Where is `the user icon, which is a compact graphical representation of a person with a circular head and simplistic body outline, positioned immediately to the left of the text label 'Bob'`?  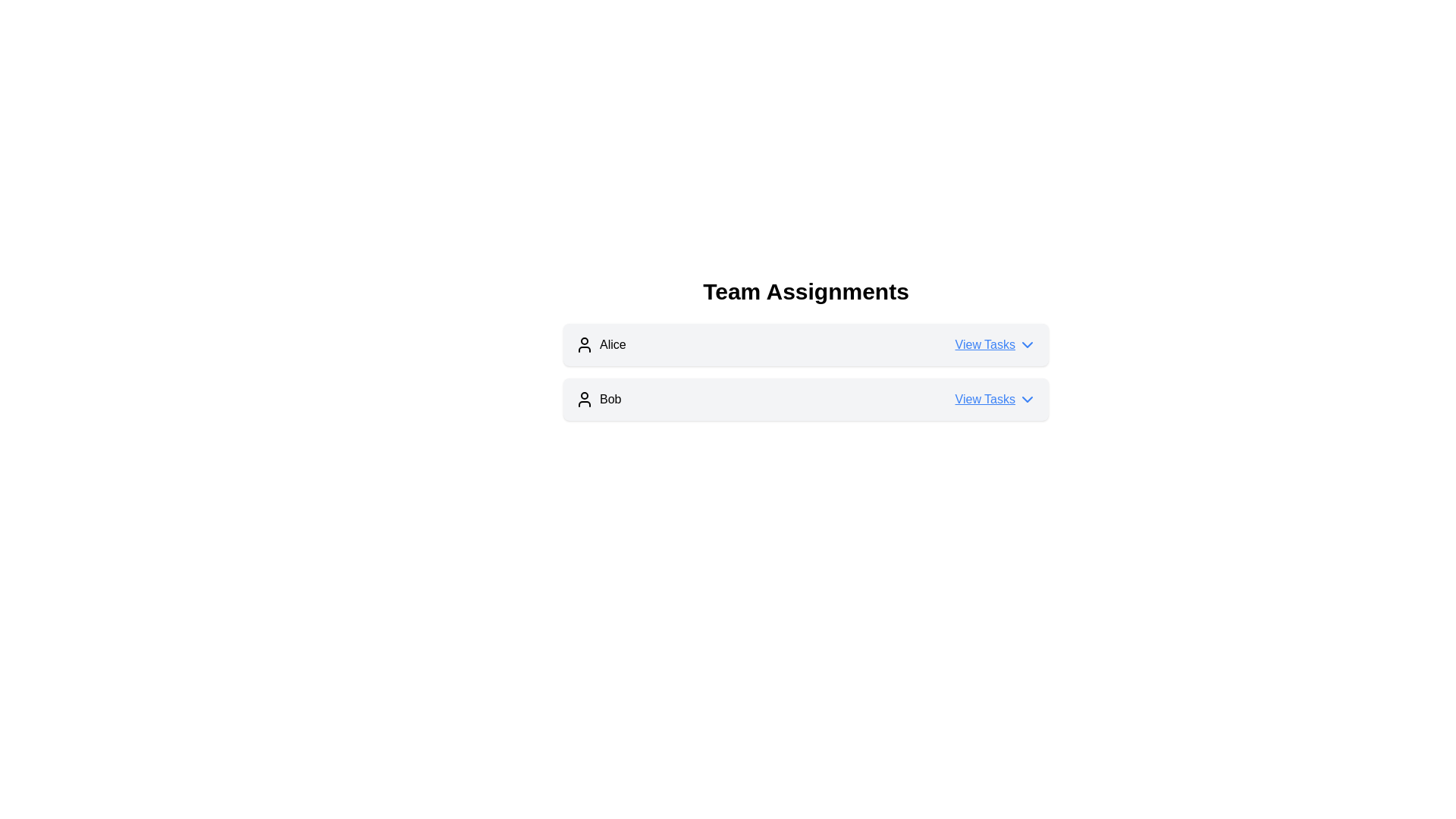 the user icon, which is a compact graphical representation of a person with a circular head and simplistic body outline, positioned immediately to the left of the text label 'Bob' is located at coordinates (584, 399).